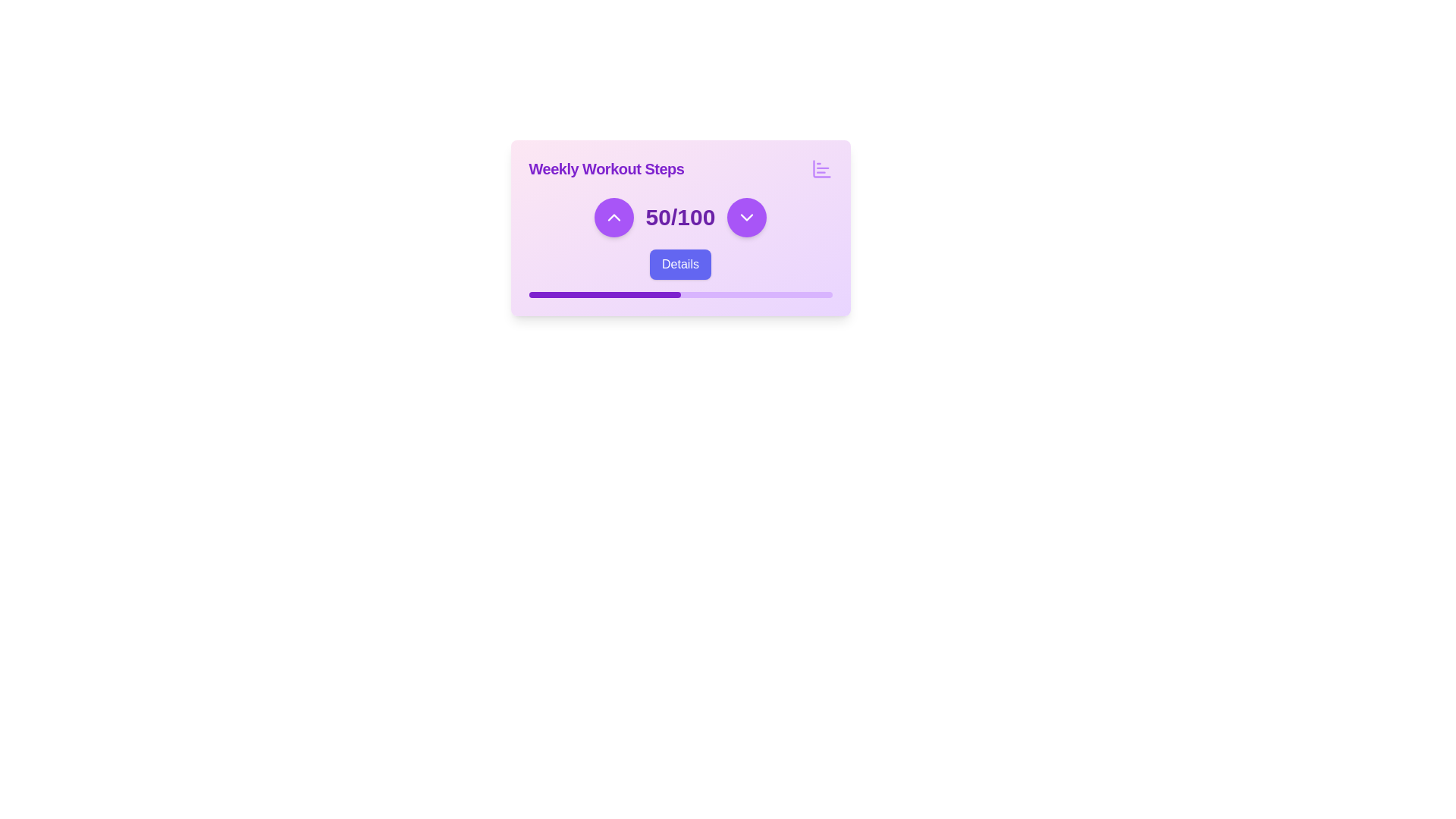  What do you see at coordinates (679, 217) in the screenshot?
I see `the bold text label displaying '50/100' with a large purple font, centrally aligned between two circular buttons containing up and down arrow icons` at bounding box center [679, 217].